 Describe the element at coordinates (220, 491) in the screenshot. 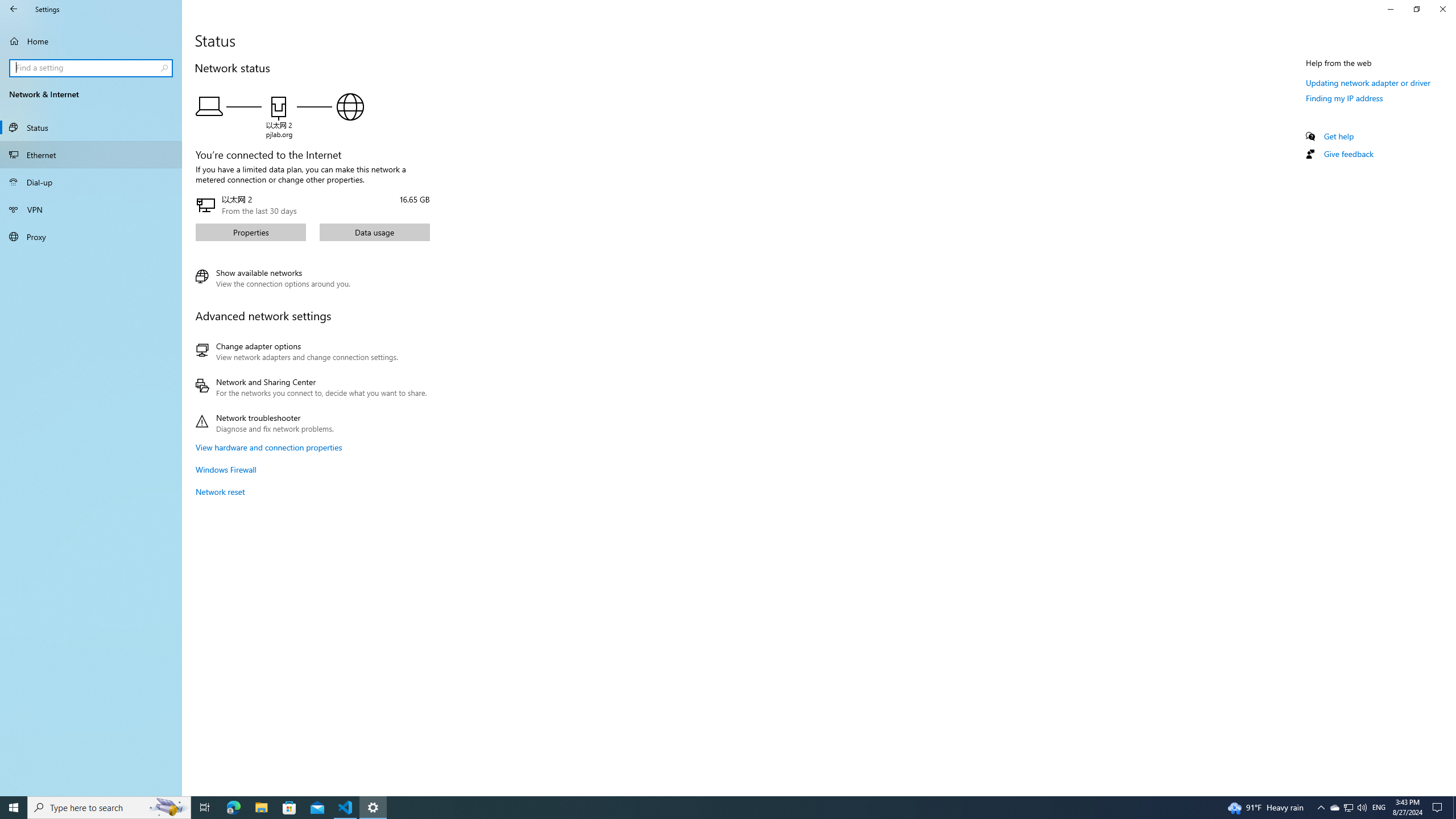

I see `'Network reset'` at that location.